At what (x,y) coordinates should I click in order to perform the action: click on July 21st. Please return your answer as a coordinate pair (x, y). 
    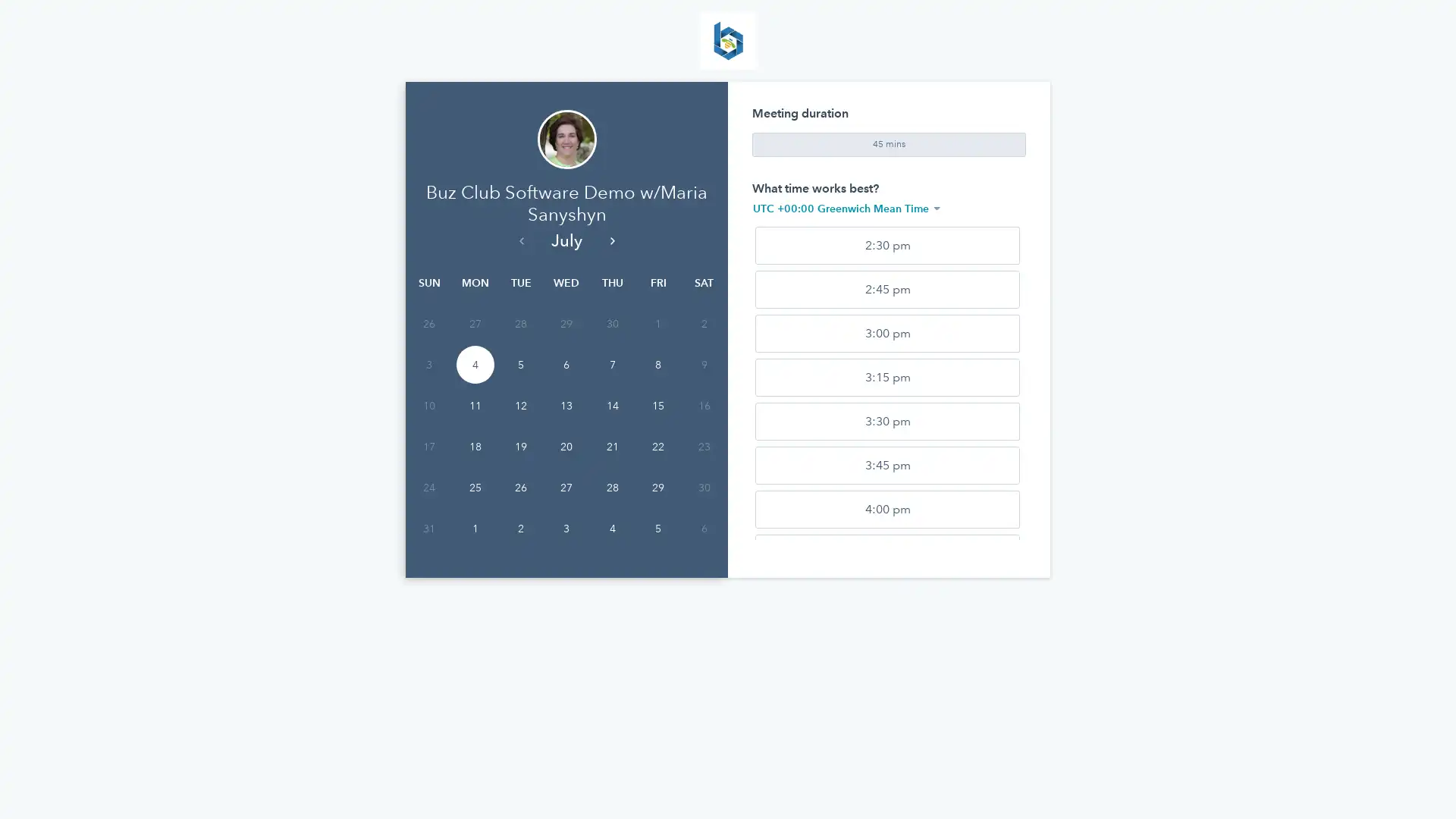
    Looking at the image, I should click on (611, 446).